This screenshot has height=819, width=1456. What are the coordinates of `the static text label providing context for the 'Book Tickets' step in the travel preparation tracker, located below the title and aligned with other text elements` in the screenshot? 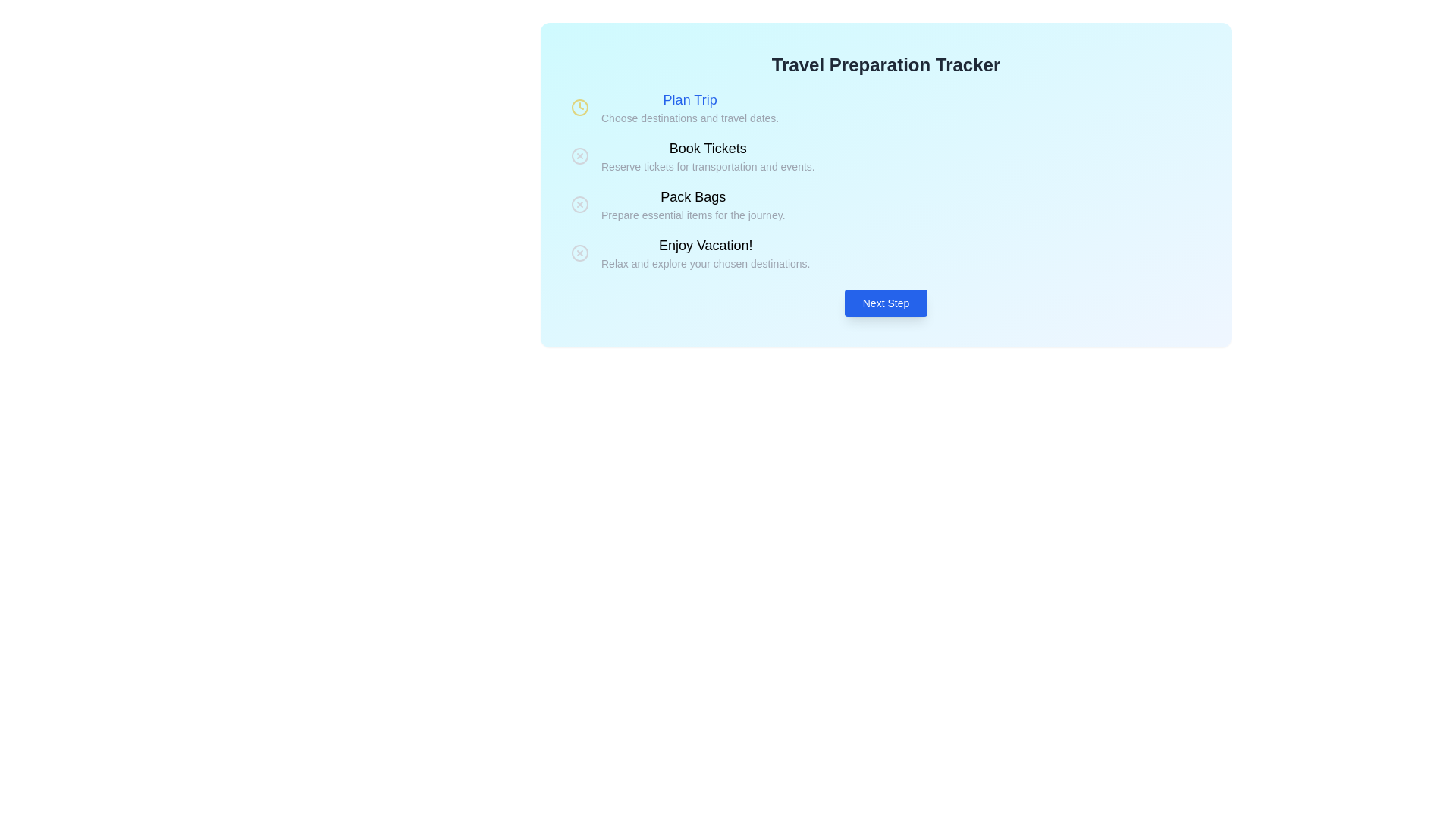 It's located at (707, 166).